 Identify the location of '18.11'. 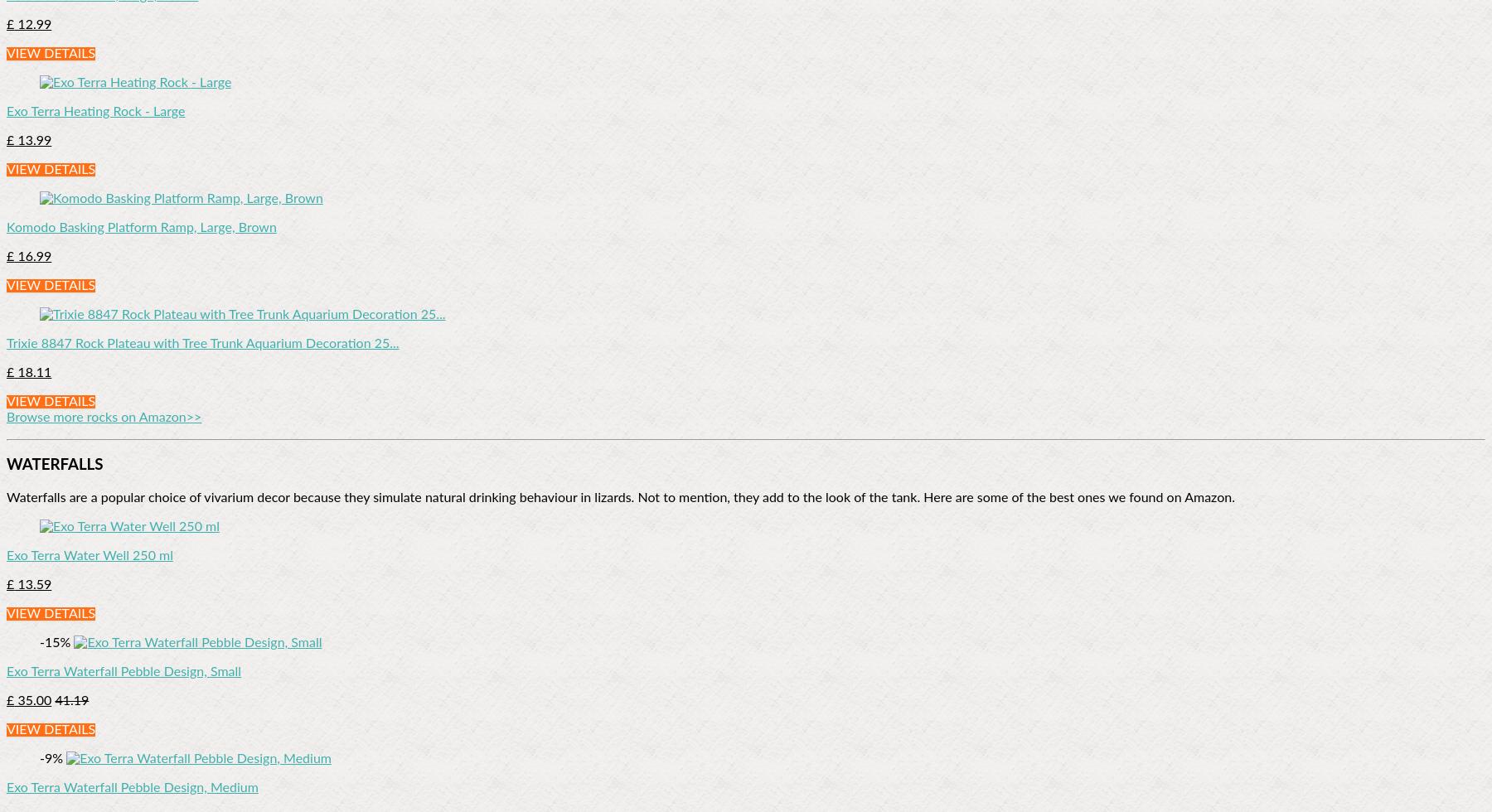
(31, 372).